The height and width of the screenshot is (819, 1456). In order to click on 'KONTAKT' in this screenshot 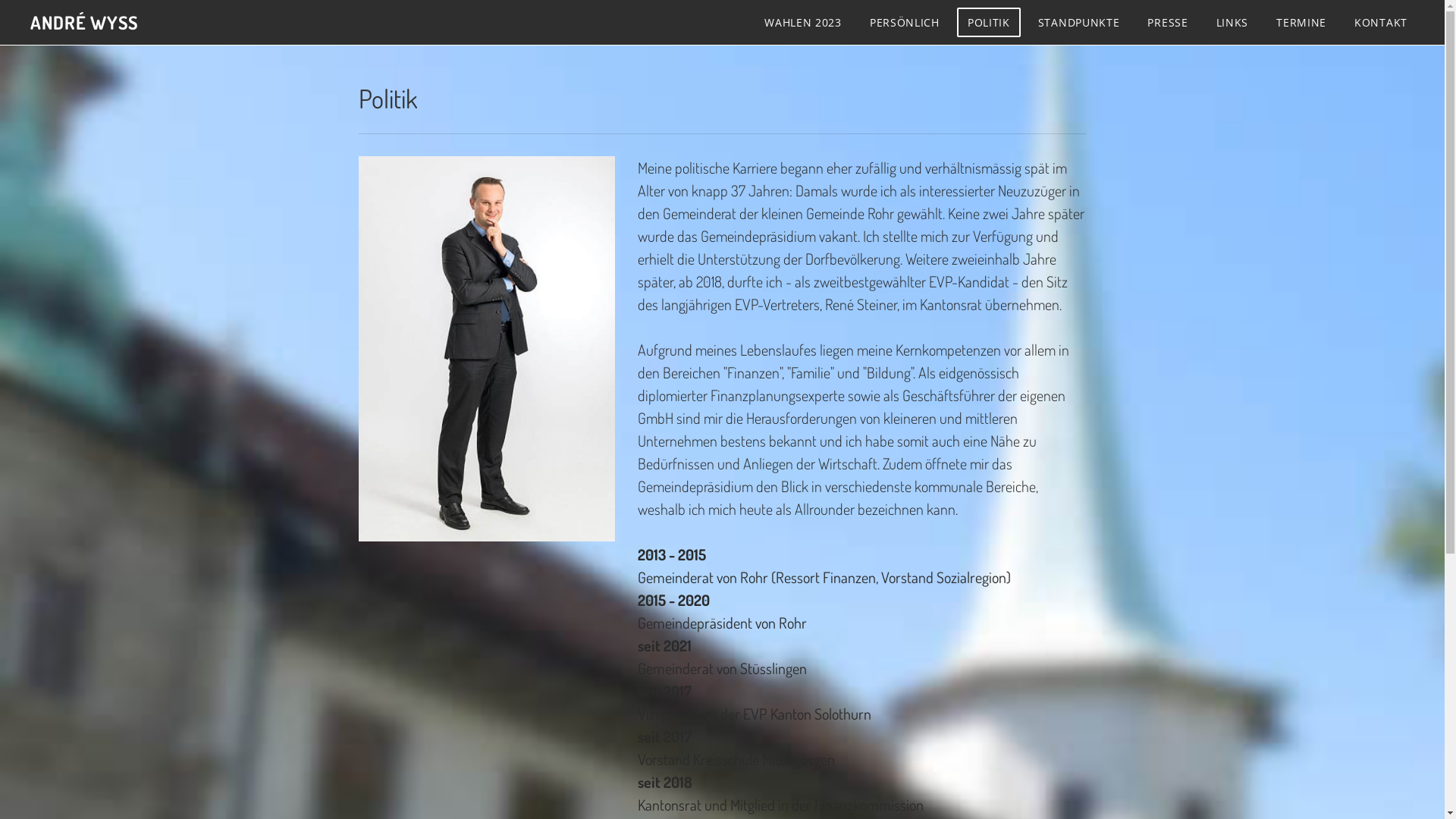, I will do `click(1380, 22)`.